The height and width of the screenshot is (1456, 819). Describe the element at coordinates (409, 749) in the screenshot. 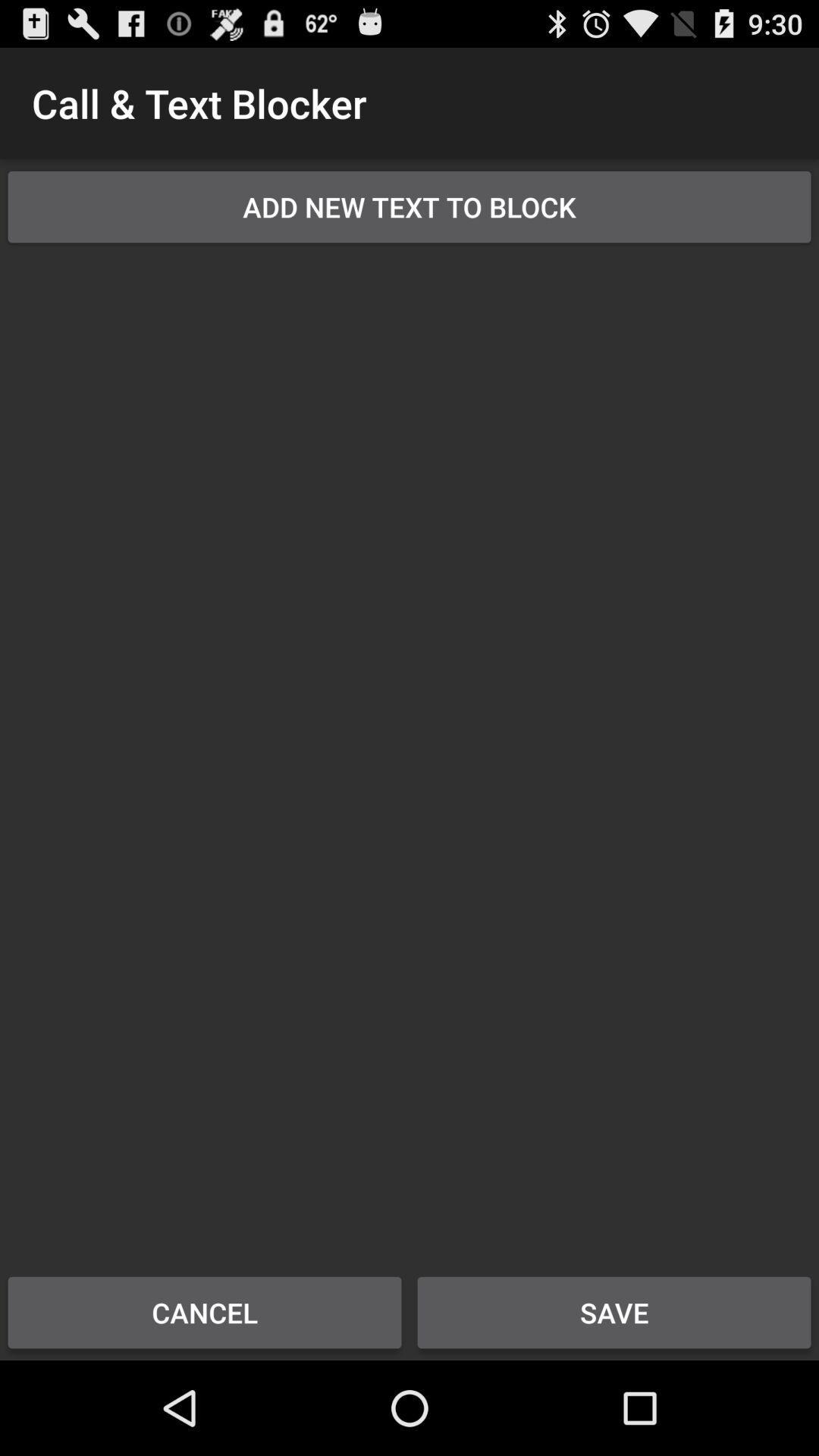

I see `the icon above the cancel button` at that location.